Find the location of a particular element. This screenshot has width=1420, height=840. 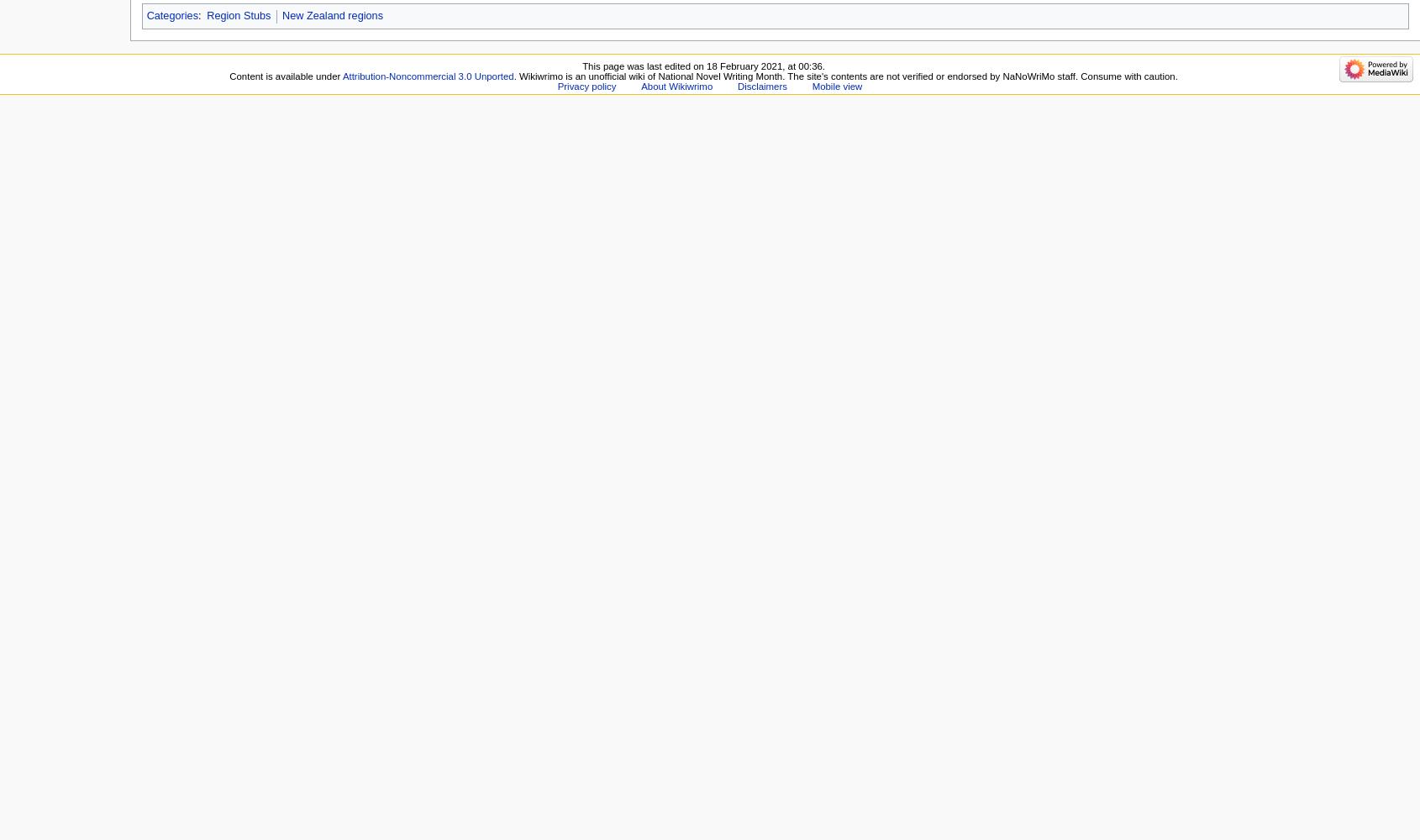

'This page was last edited on 18 February 2021, at 00:36.' is located at coordinates (703, 65).